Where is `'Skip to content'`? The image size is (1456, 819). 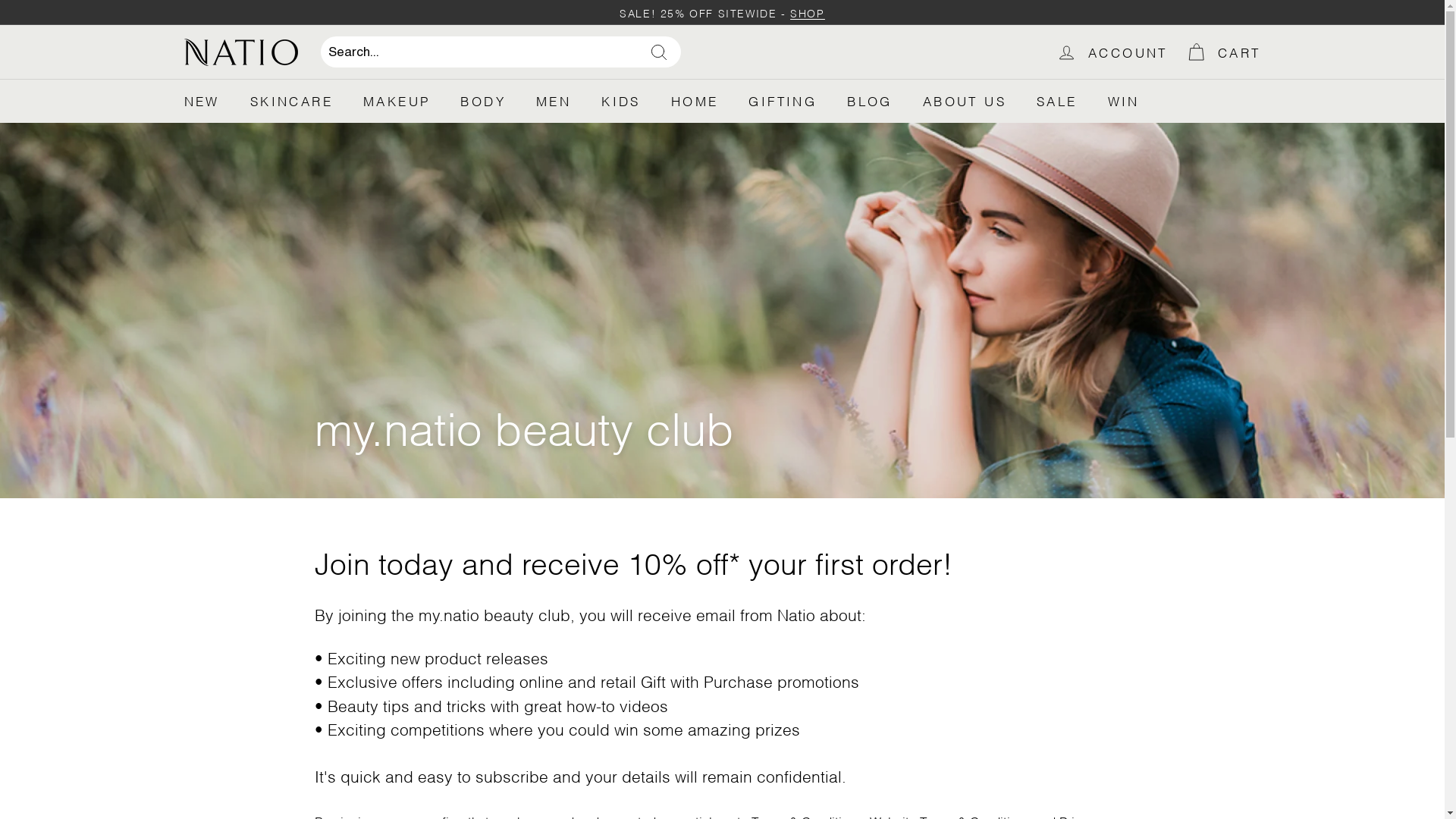 'Skip to content' is located at coordinates (0, 0).